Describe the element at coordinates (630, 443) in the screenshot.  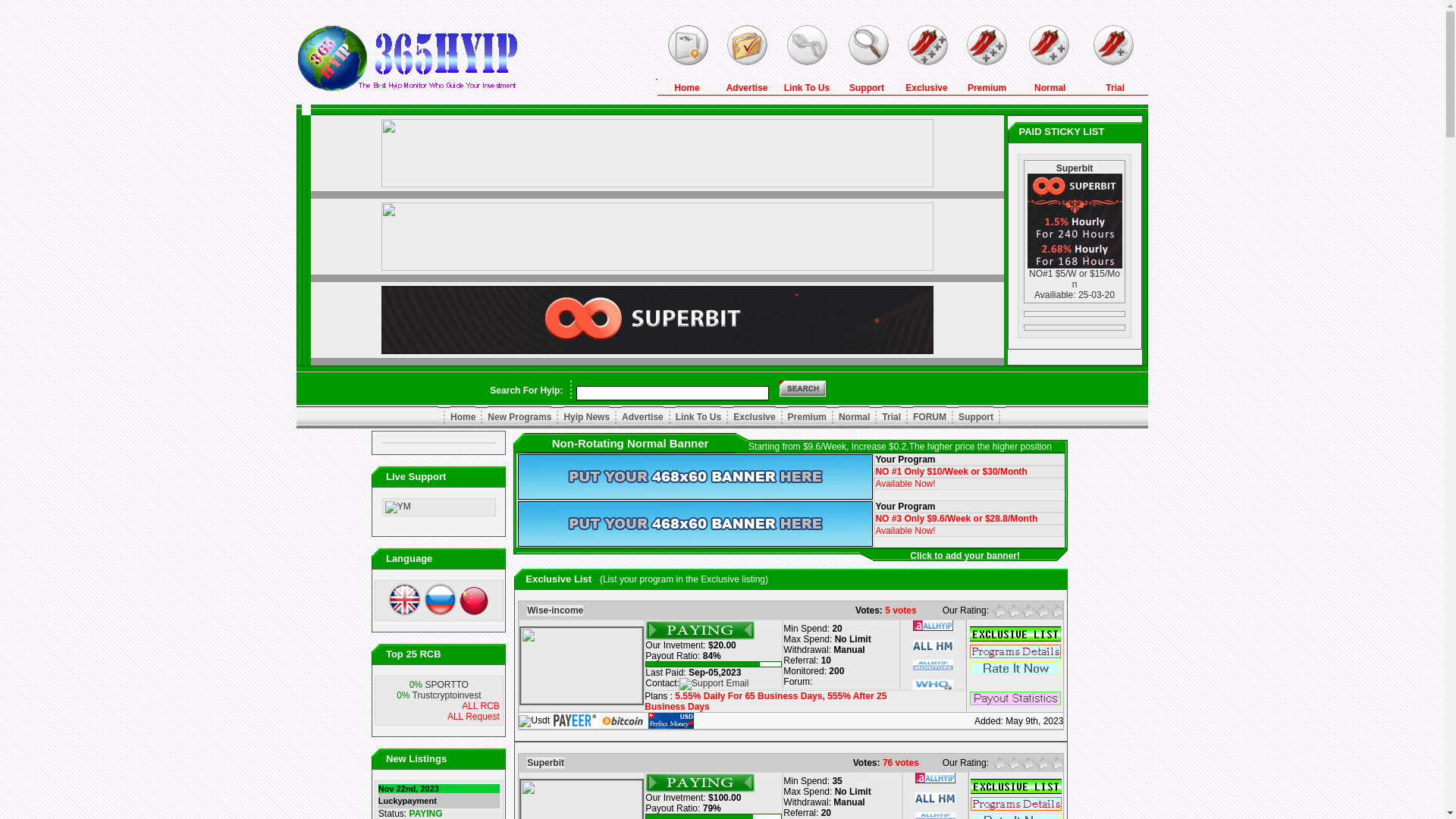
I see `'Non-Rotating Normal Banner'` at that location.